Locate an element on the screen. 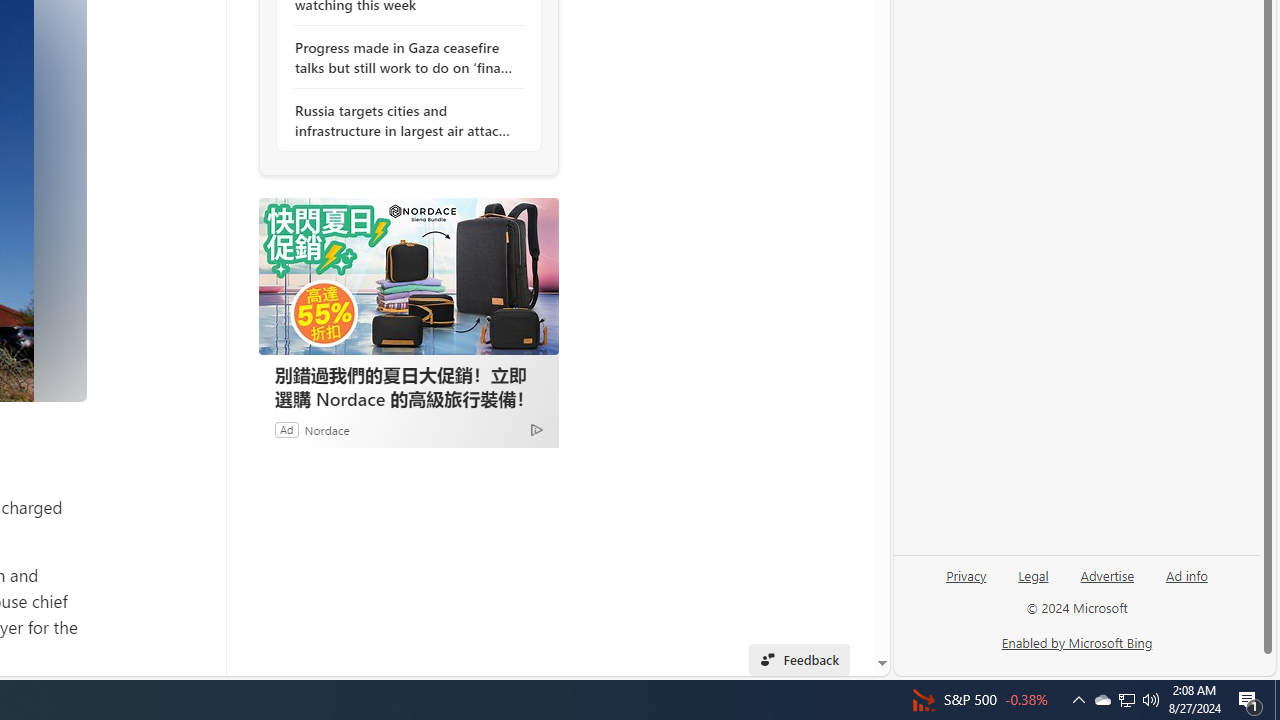 This screenshot has height=720, width=1280. 'Privacy' is located at coordinates (967, 583).